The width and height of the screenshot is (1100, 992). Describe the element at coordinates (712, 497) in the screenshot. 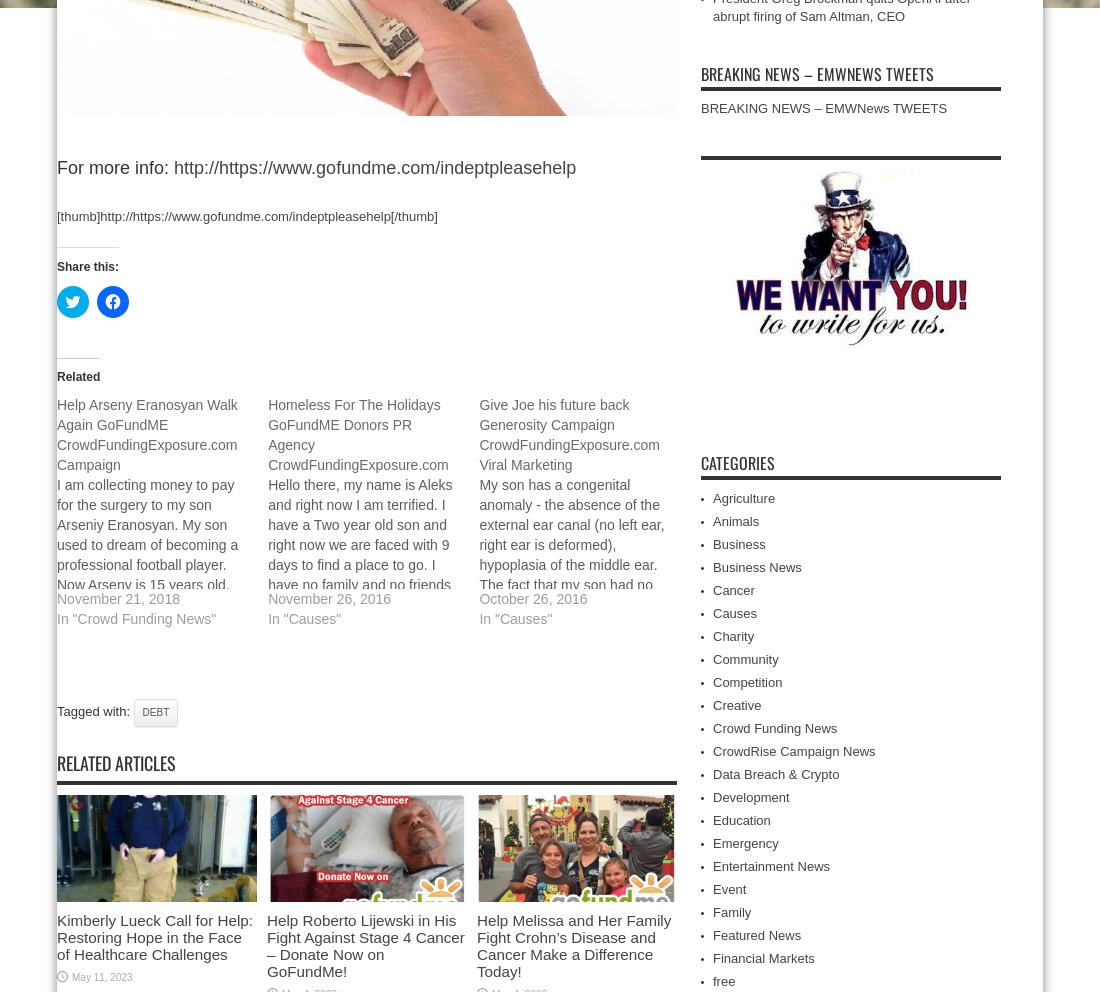

I see `'Agriculture'` at that location.